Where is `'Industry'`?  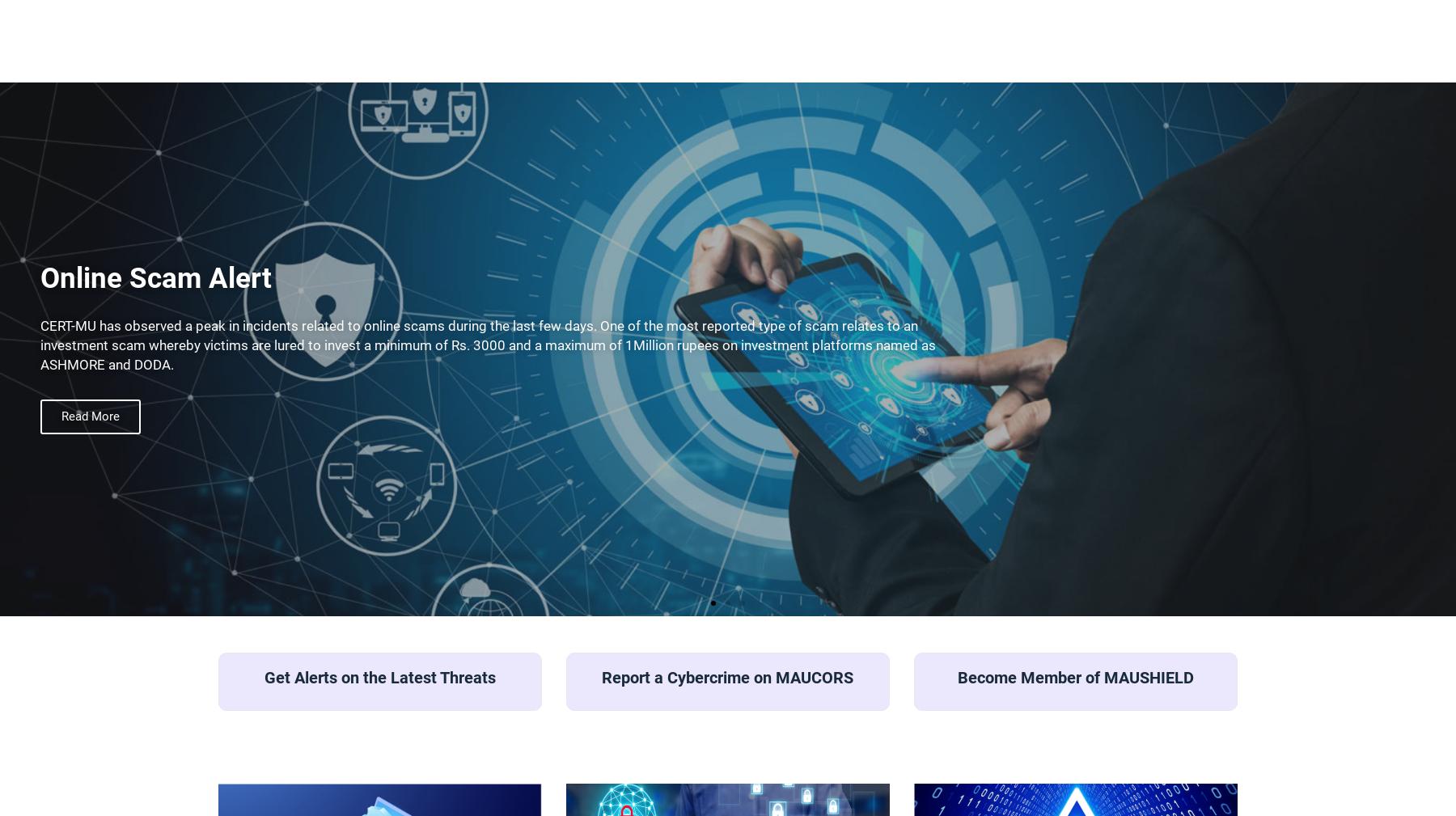 'Industry' is located at coordinates (387, 397).